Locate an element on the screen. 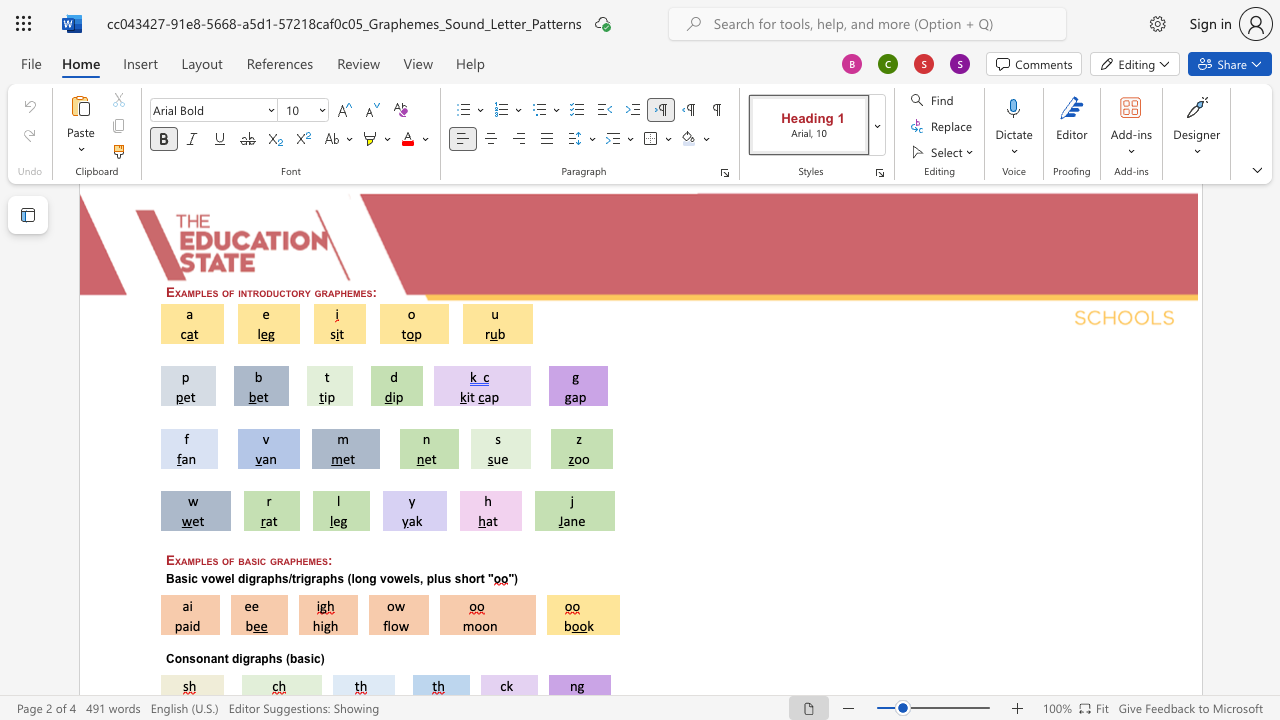 This screenshot has width=1280, height=720. the space between the continuous character "s" and "/" in the text is located at coordinates (286, 579).